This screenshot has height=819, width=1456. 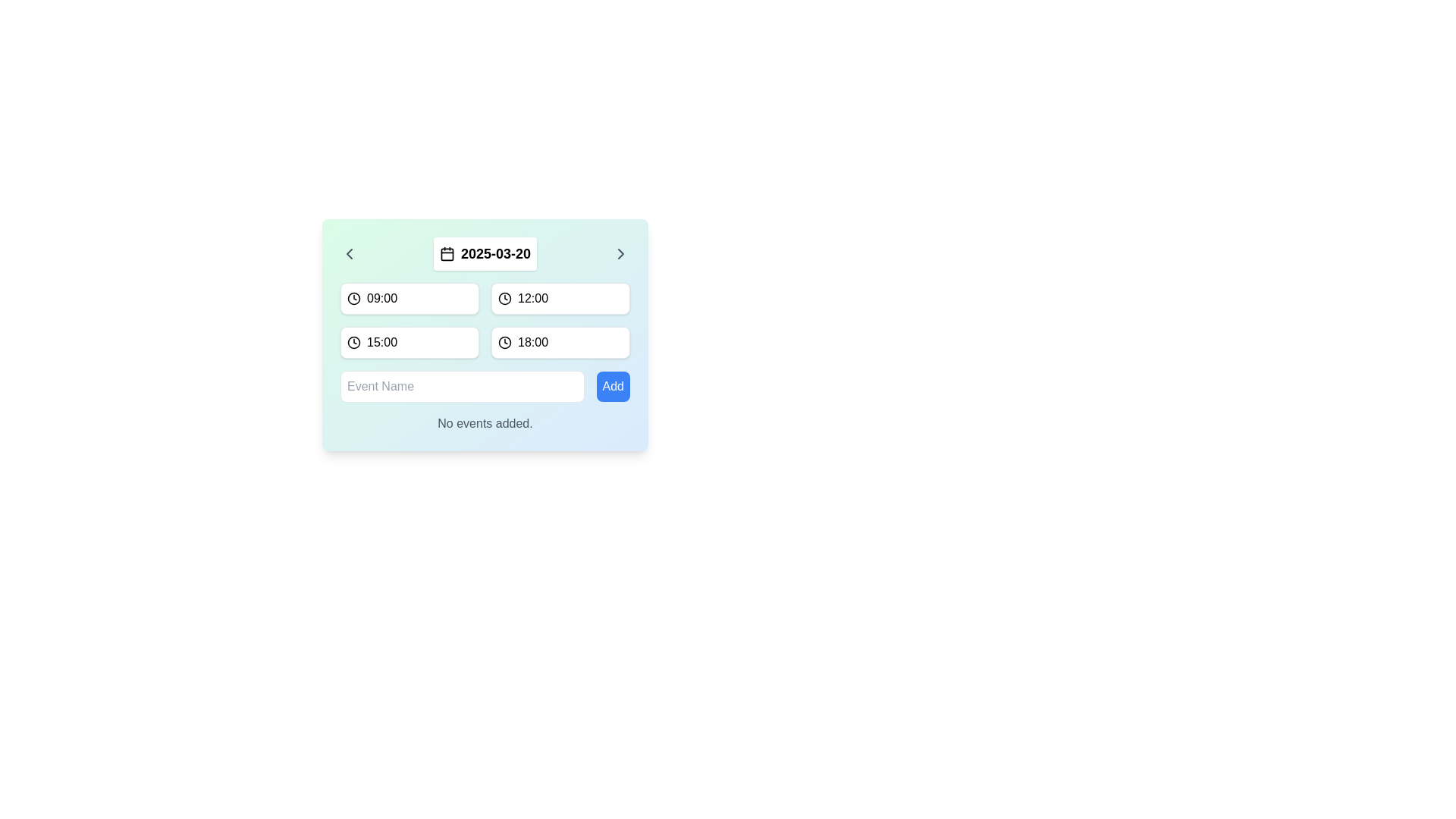 I want to click on the clock icon element, which is a circular border forming part of the clock design, located to the left of the '12:00' time input field in the time-entry section, so click(x=505, y=298).